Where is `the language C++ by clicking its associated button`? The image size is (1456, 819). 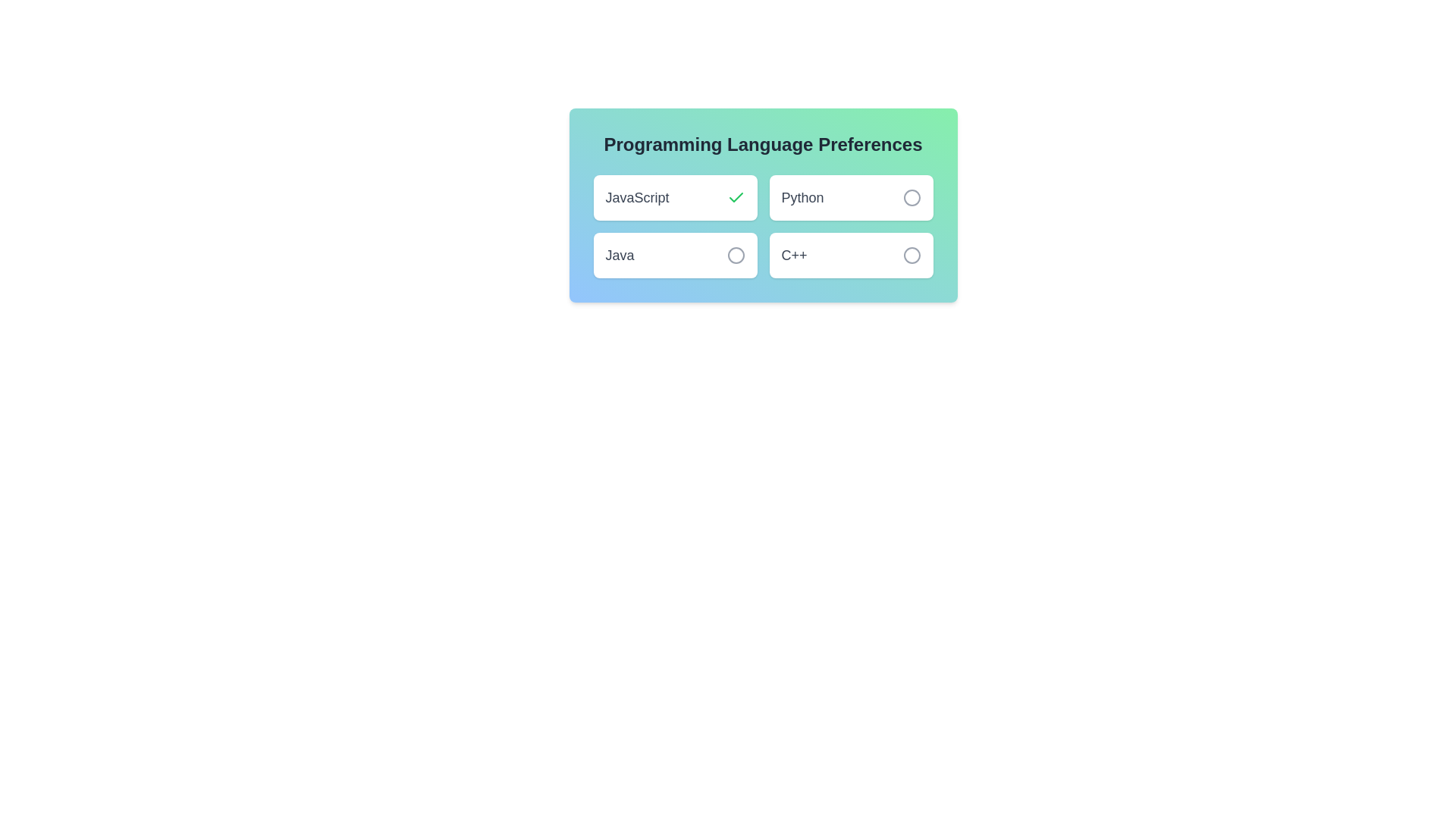
the language C++ by clicking its associated button is located at coordinates (911, 254).